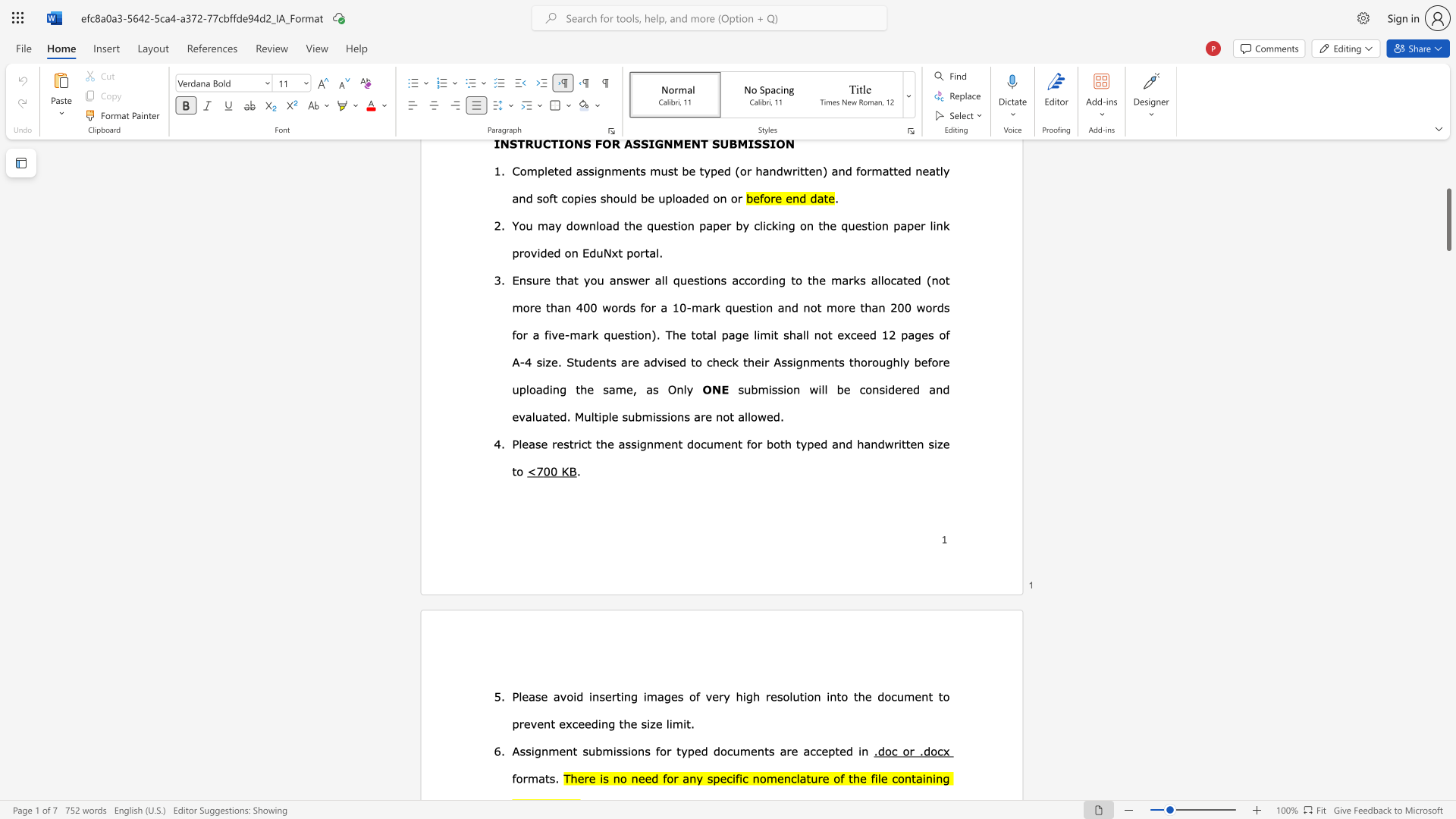  I want to click on the scrollbar and move up 500 pixels, so click(1448, 219).